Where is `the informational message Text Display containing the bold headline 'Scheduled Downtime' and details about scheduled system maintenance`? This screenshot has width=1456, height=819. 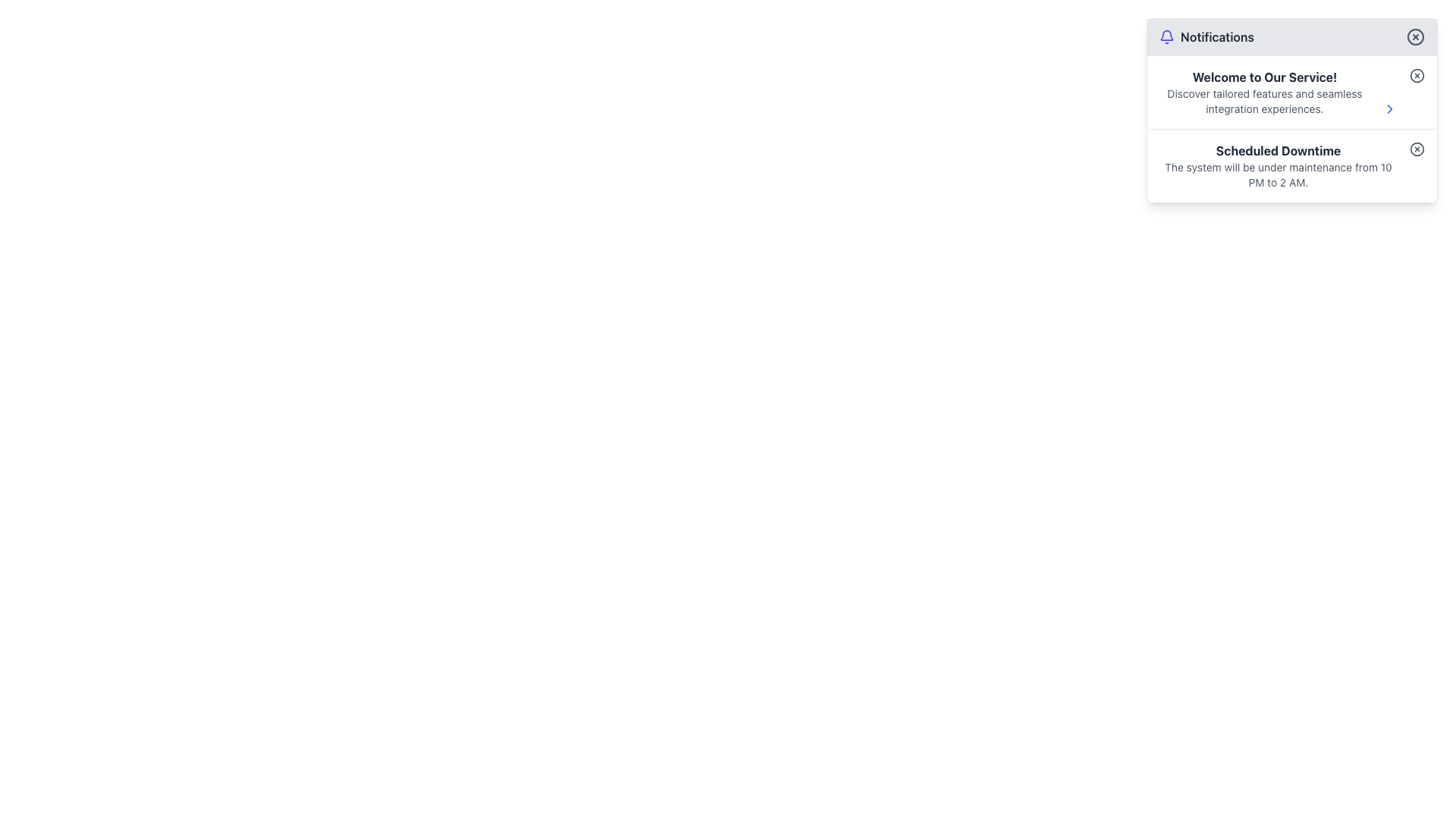
the informational message Text Display containing the bold headline 'Scheduled Downtime' and details about scheduled system maintenance is located at coordinates (1277, 166).